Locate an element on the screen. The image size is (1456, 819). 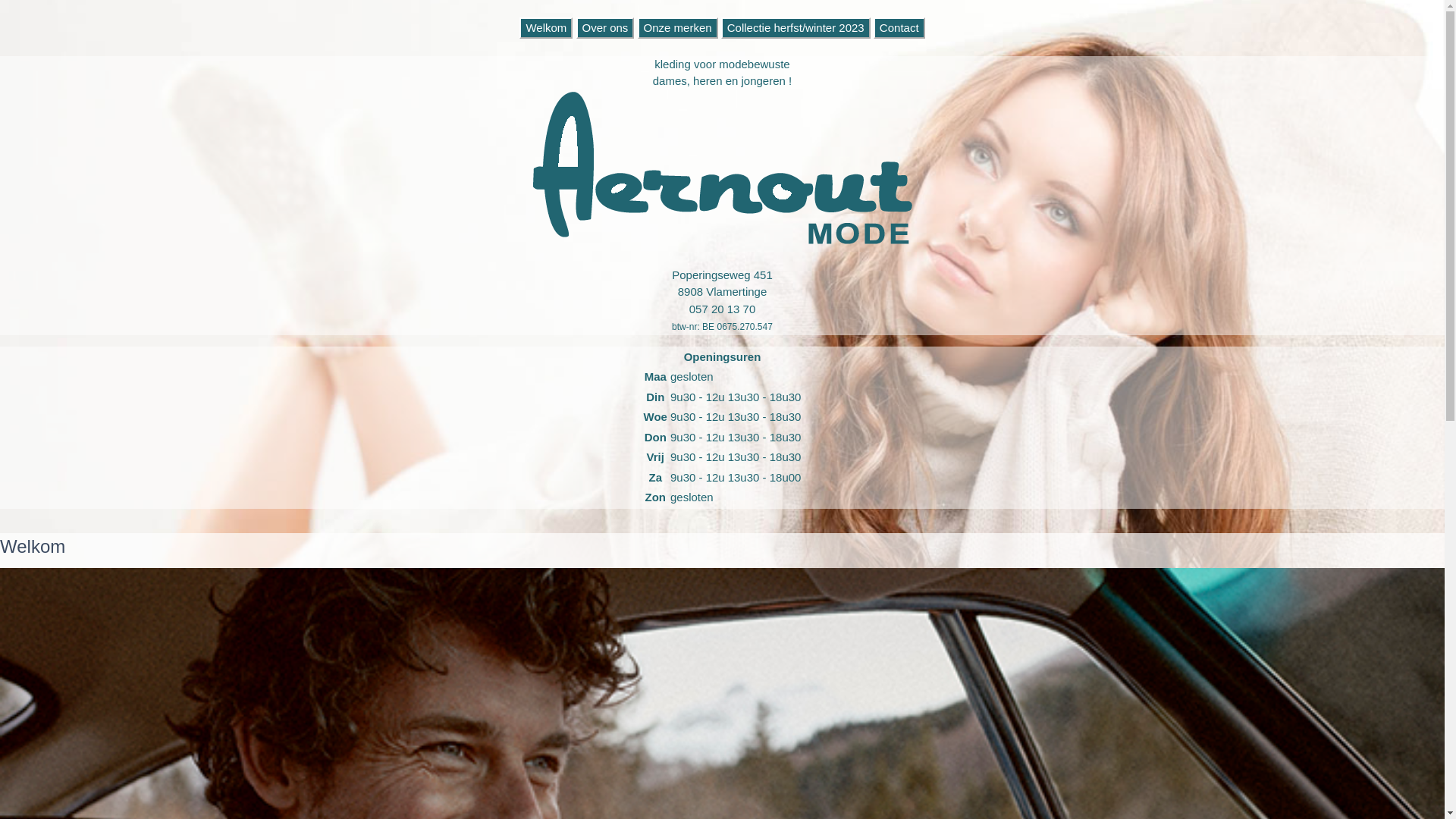
'Contact' is located at coordinates (899, 27).